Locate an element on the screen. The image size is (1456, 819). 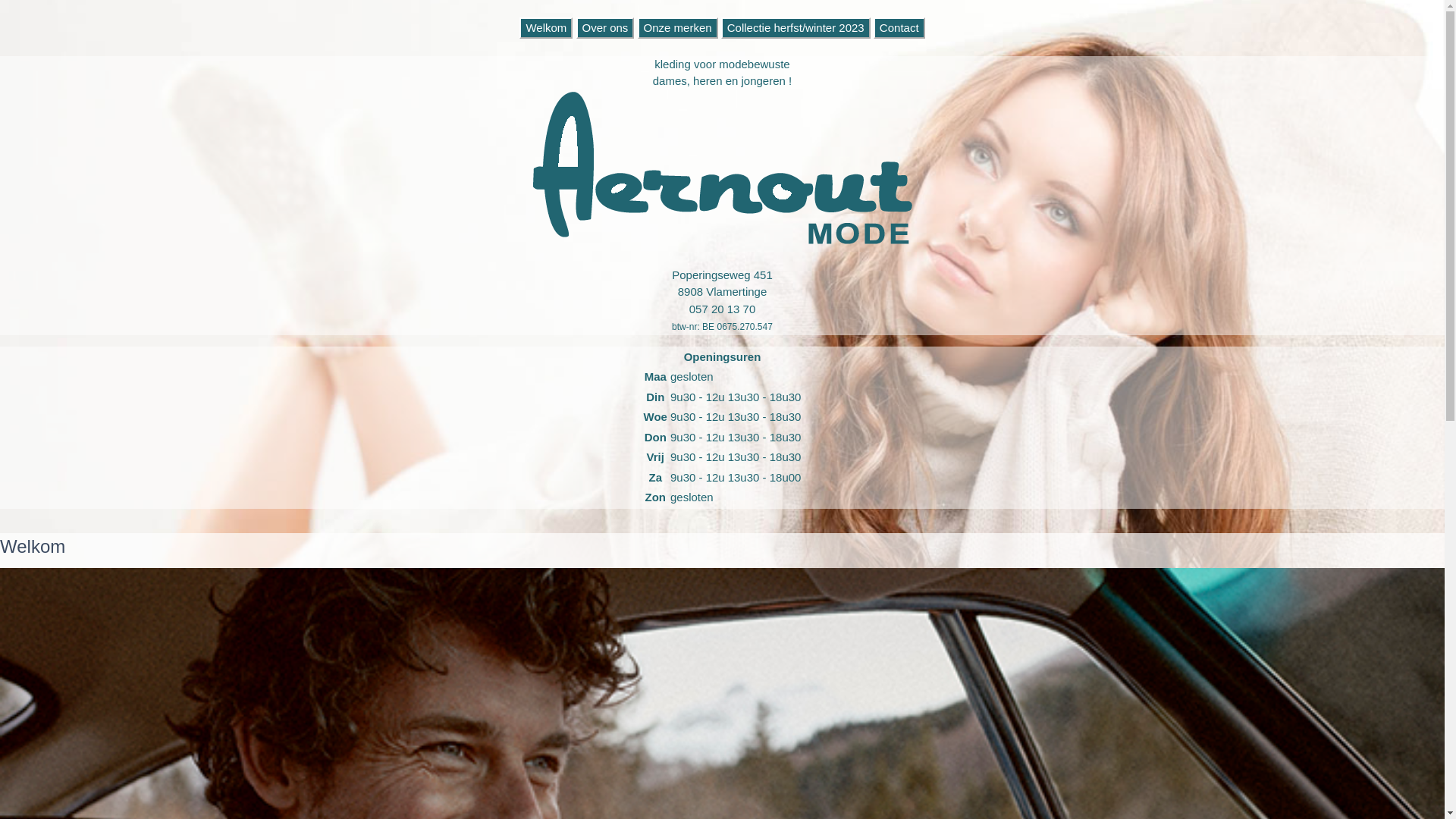
'Contact' is located at coordinates (899, 27).